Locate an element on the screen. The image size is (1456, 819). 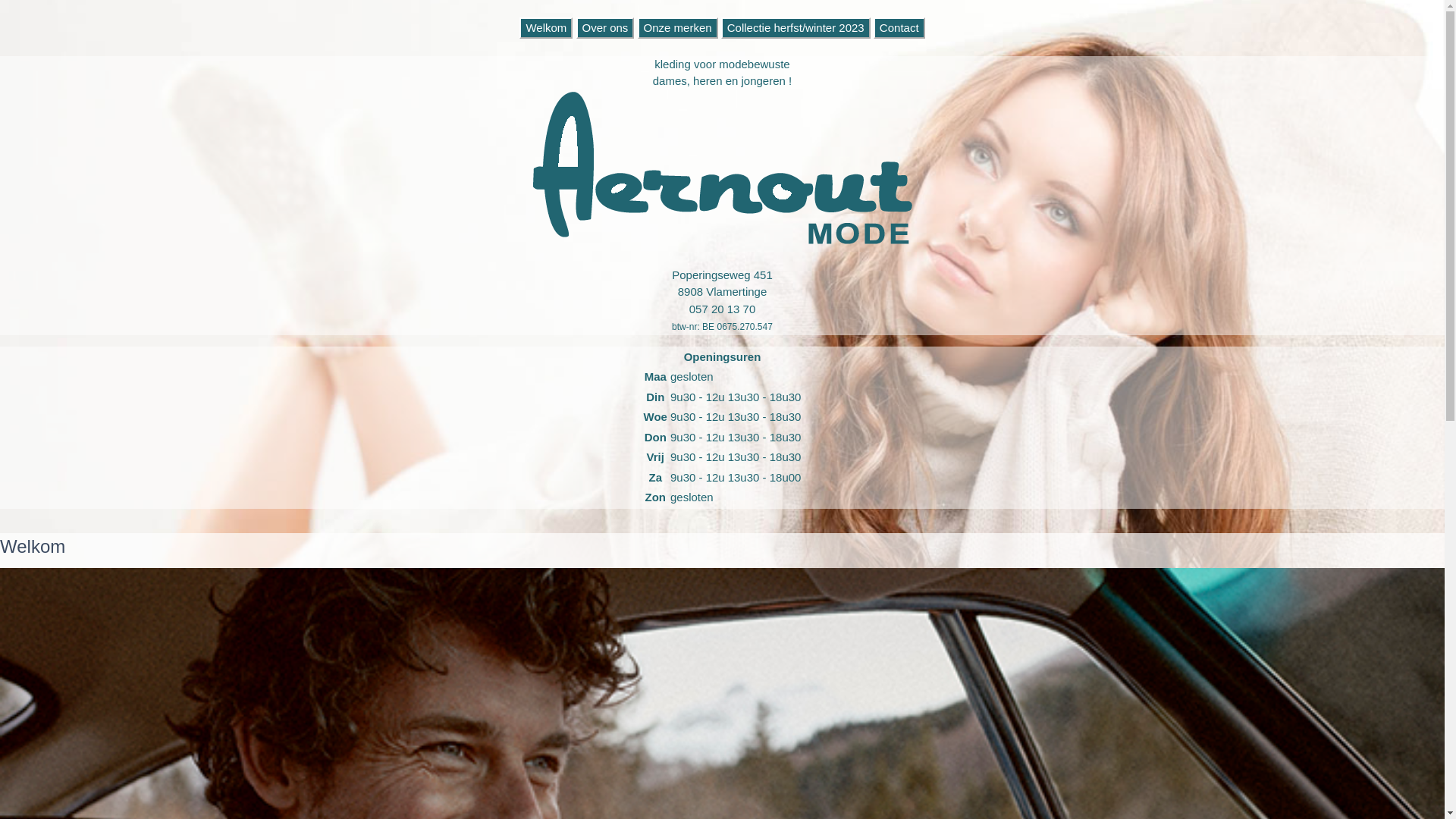
'Contact' is located at coordinates (899, 27).